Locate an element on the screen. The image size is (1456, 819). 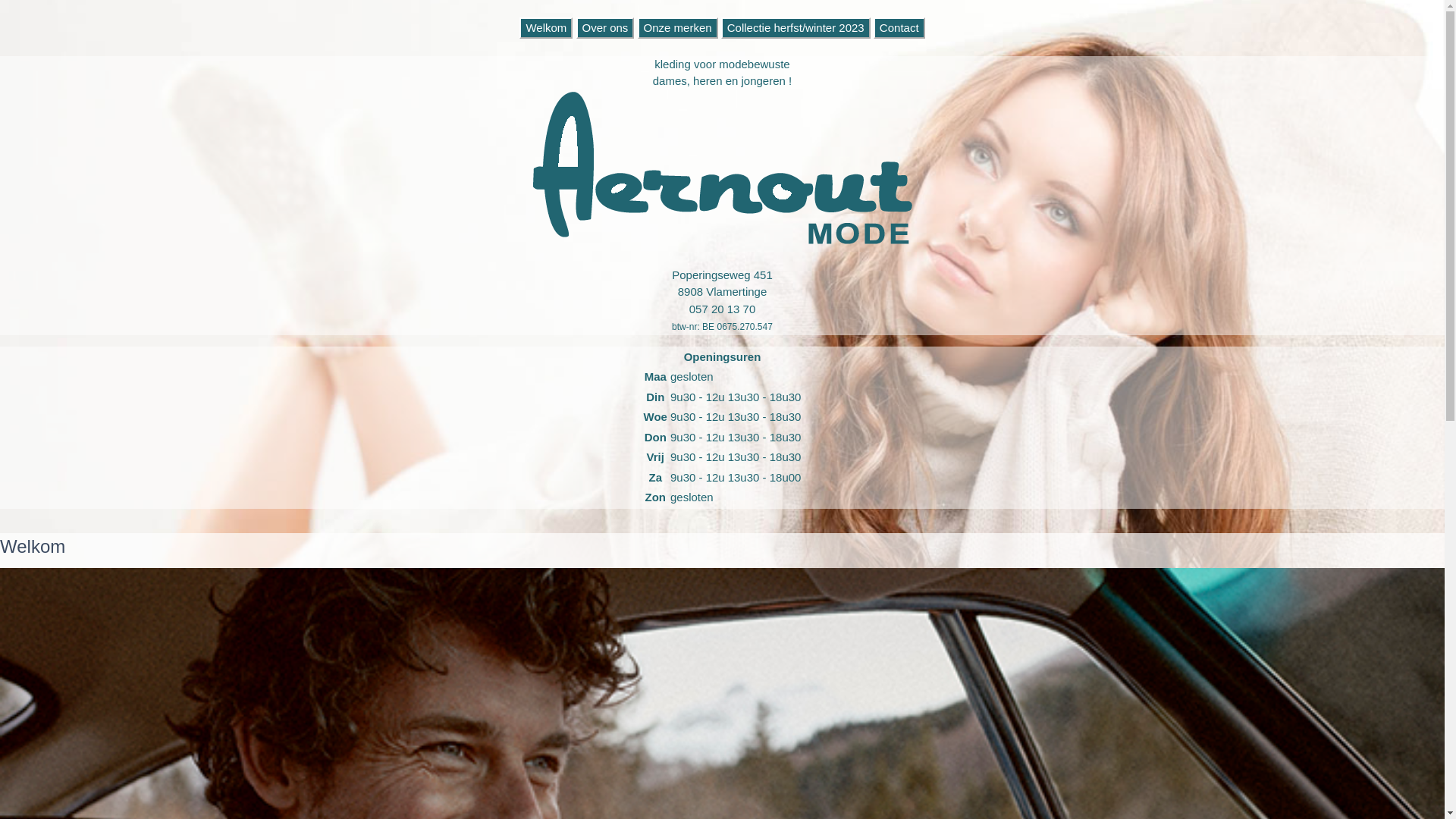
'Contact' is located at coordinates (899, 27).